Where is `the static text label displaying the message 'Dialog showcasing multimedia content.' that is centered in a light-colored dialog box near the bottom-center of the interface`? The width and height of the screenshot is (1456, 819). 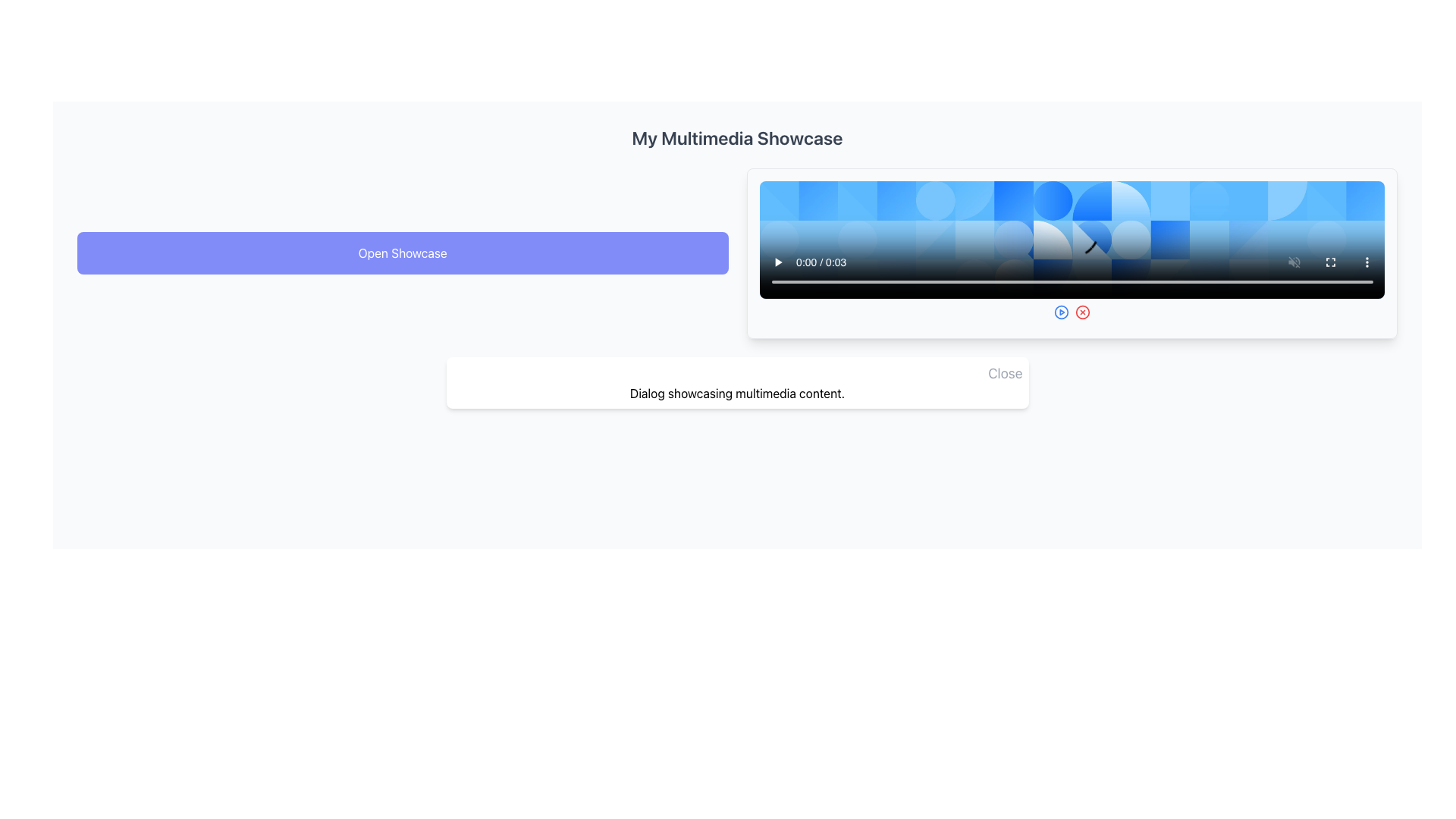
the static text label displaying the message 'Dialog showcasing multimedia content.' that is centered in a light-colored dialog box near the bottom-center of the interface is located at coordinates (737, 392).